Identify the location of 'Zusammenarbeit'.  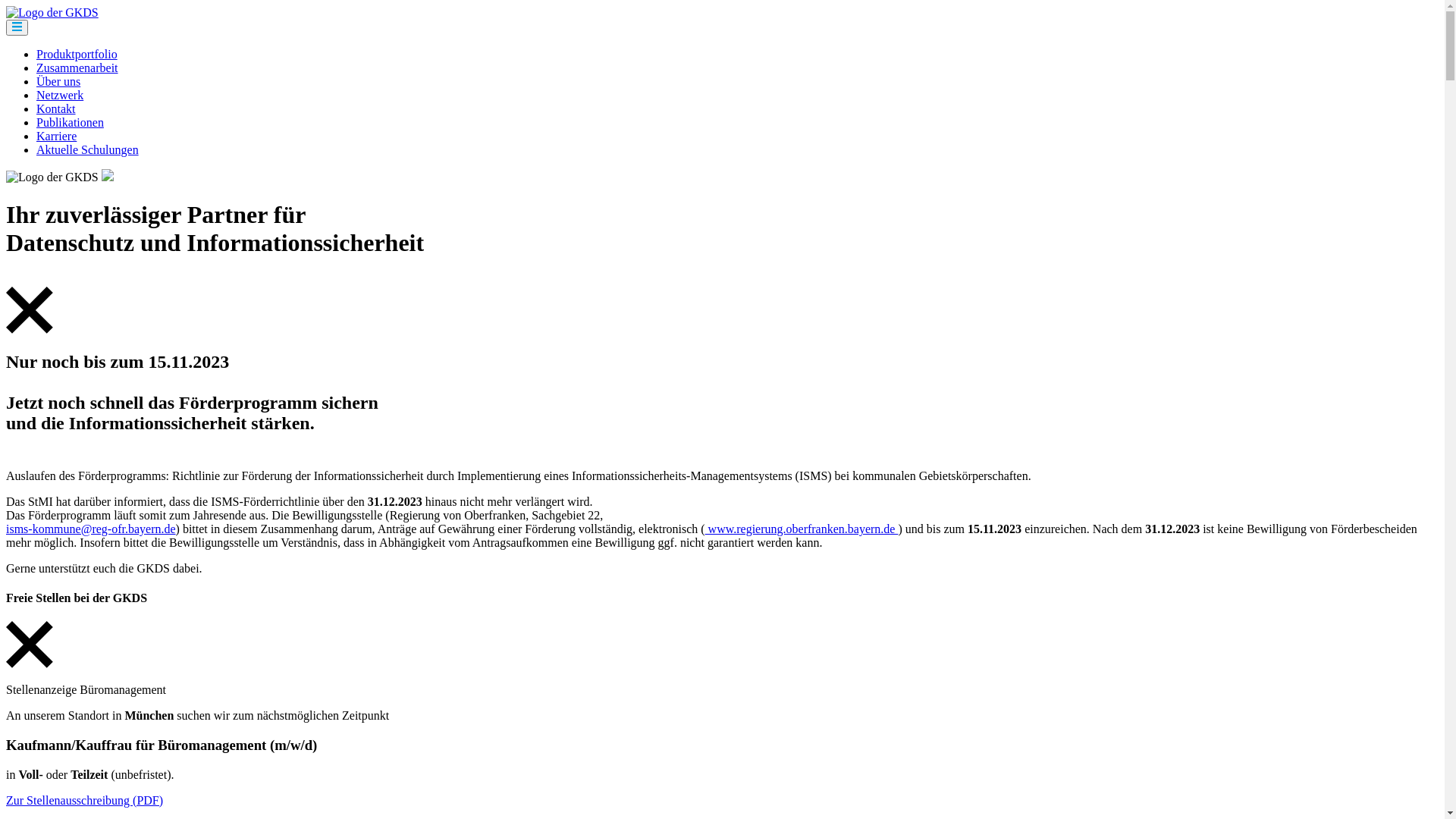
(36, 67).